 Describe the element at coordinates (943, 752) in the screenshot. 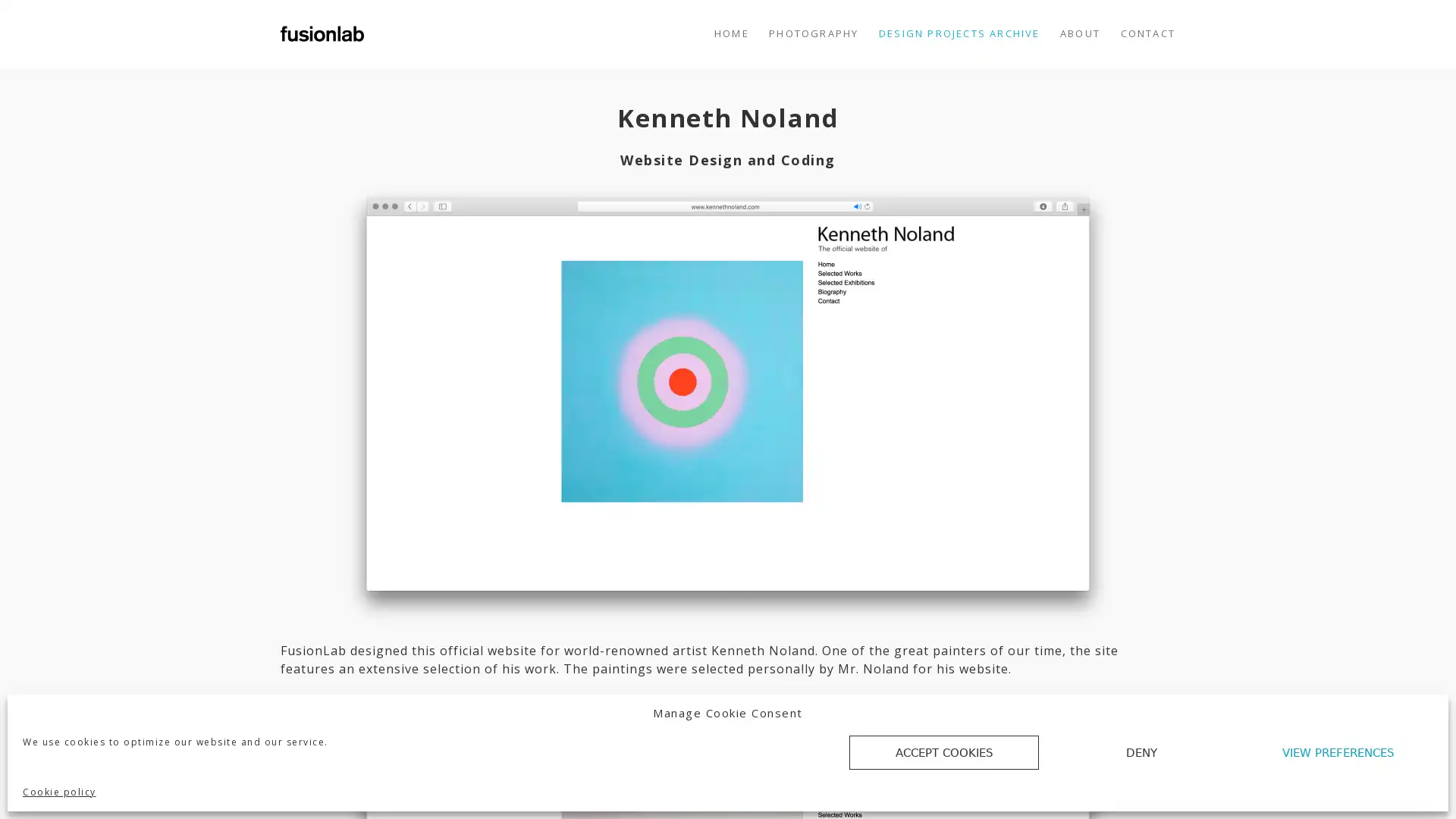

I see `ACCEPT COOKIES` at that location.